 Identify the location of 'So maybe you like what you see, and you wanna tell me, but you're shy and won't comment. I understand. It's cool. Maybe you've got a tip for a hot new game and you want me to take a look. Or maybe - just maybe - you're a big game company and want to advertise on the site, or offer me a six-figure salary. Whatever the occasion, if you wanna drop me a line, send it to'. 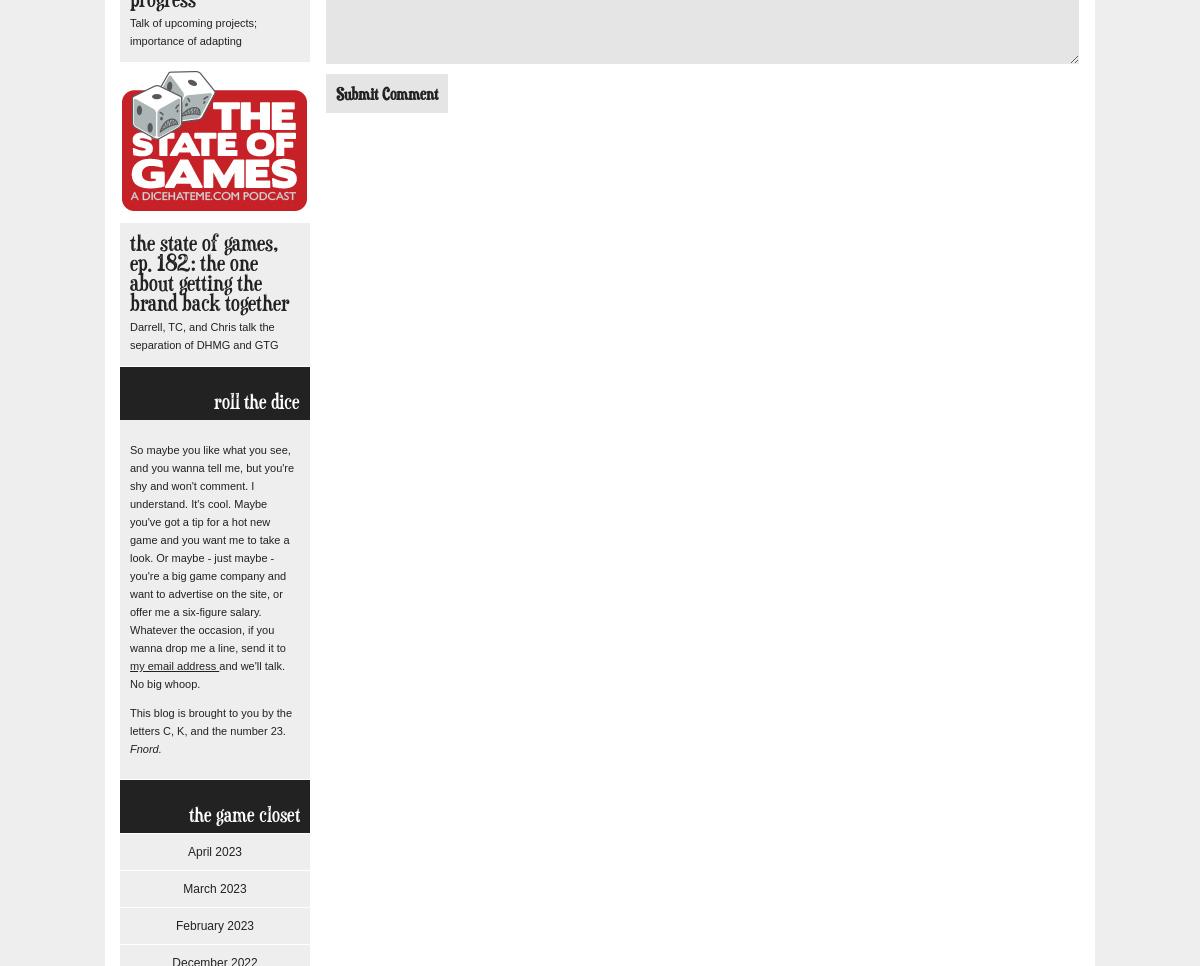
(211, 548).